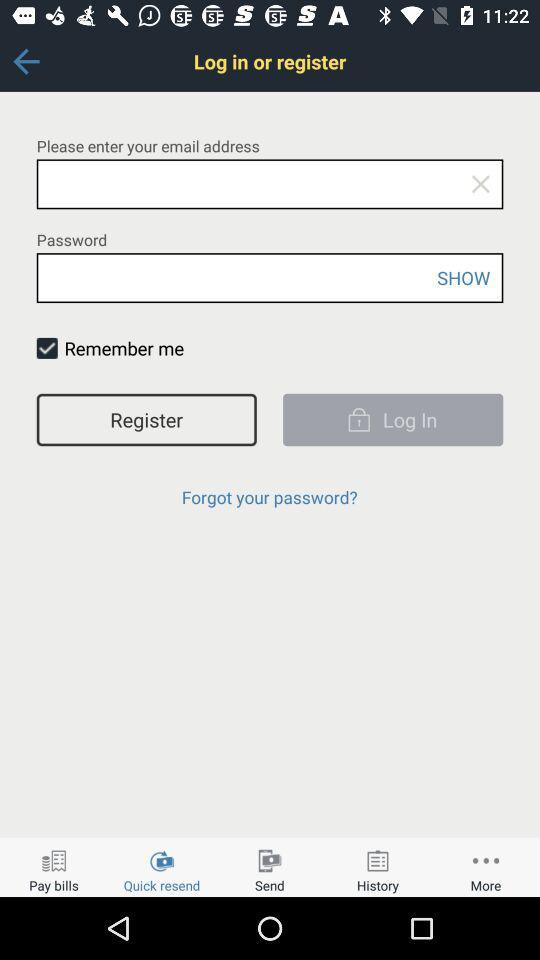  Describe the element at coordinates (47, 348) in the screenshot. I see `item to the left of the remember me` at that location.